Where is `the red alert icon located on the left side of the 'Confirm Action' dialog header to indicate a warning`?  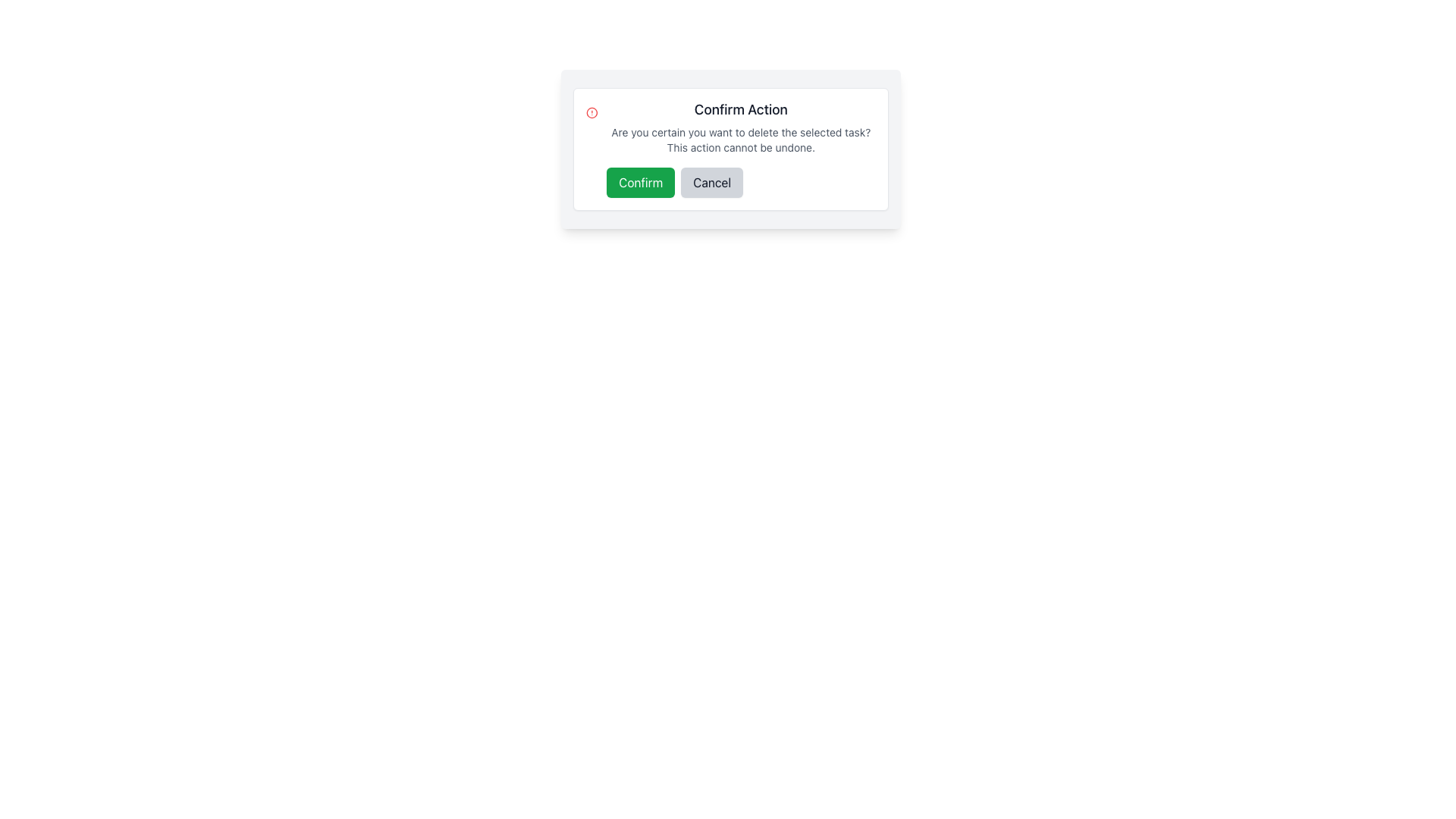 the red alert icon located on the left side of the 'Confirm Action' dialog header to indicate a warning is located at coordinates (591, 112).